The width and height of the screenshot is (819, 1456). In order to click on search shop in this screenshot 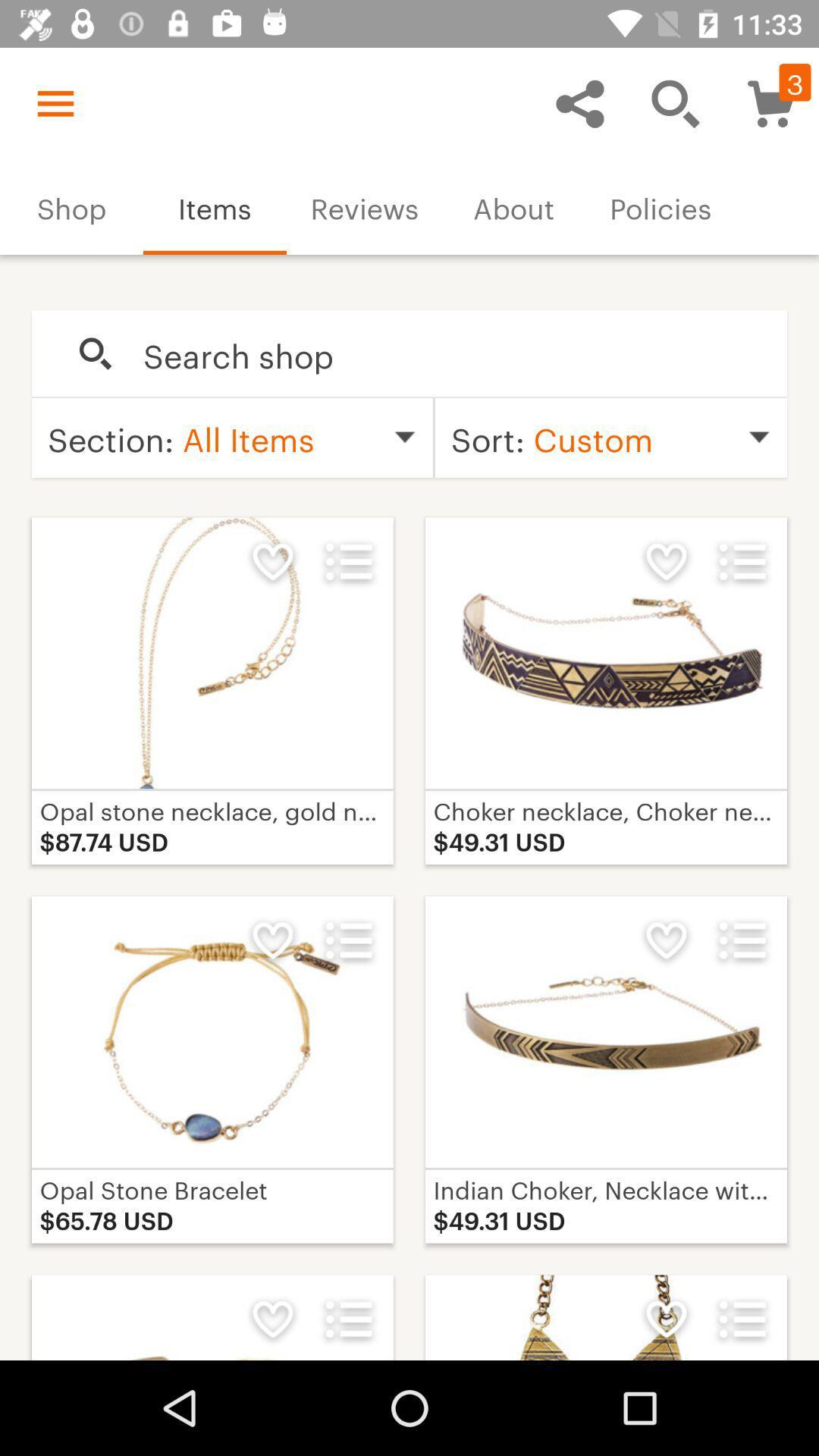, I will do `click(448, 353)`.